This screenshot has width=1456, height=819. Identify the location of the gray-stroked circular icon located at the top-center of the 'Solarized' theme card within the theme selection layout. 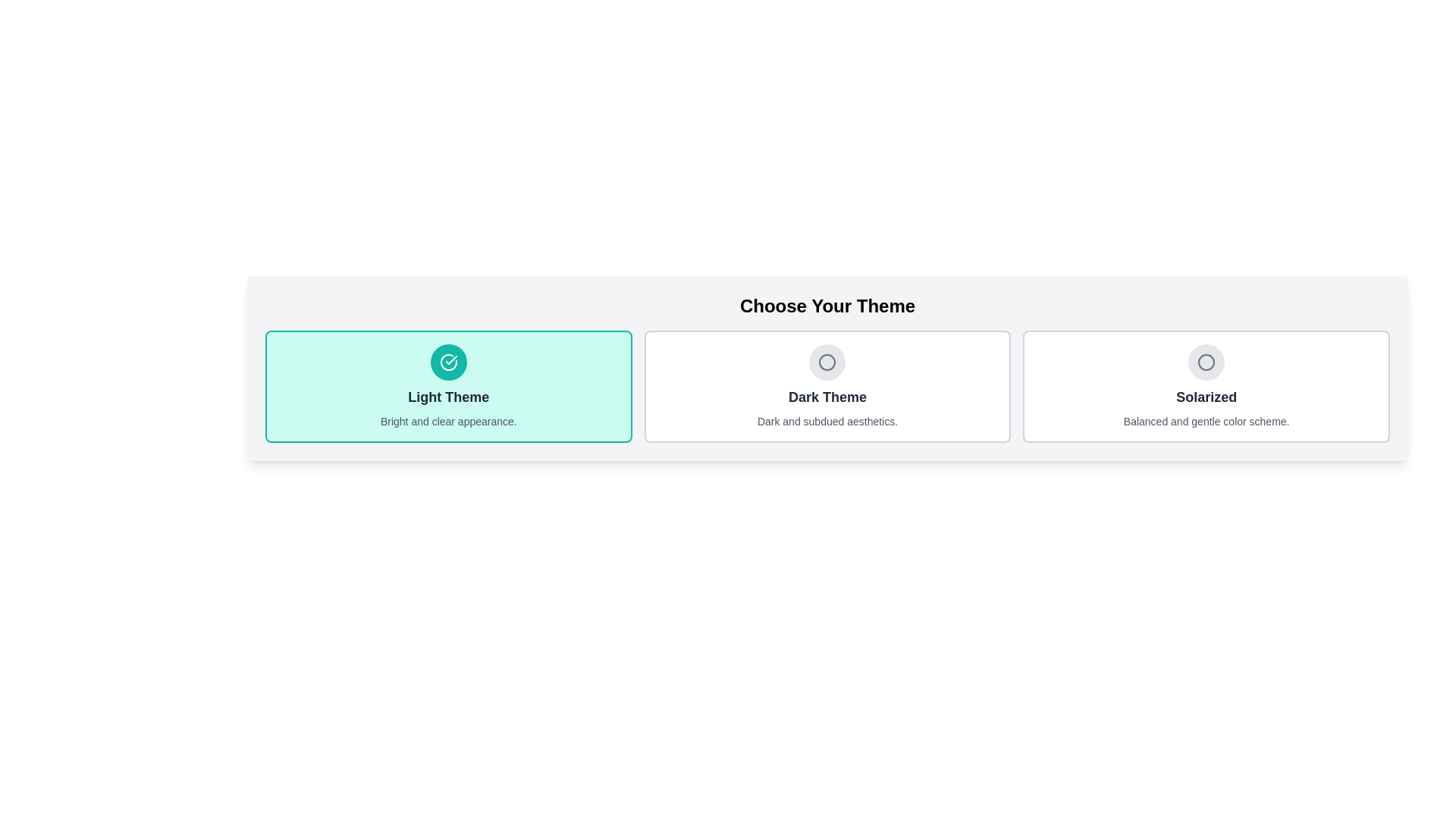
(1206, 362).